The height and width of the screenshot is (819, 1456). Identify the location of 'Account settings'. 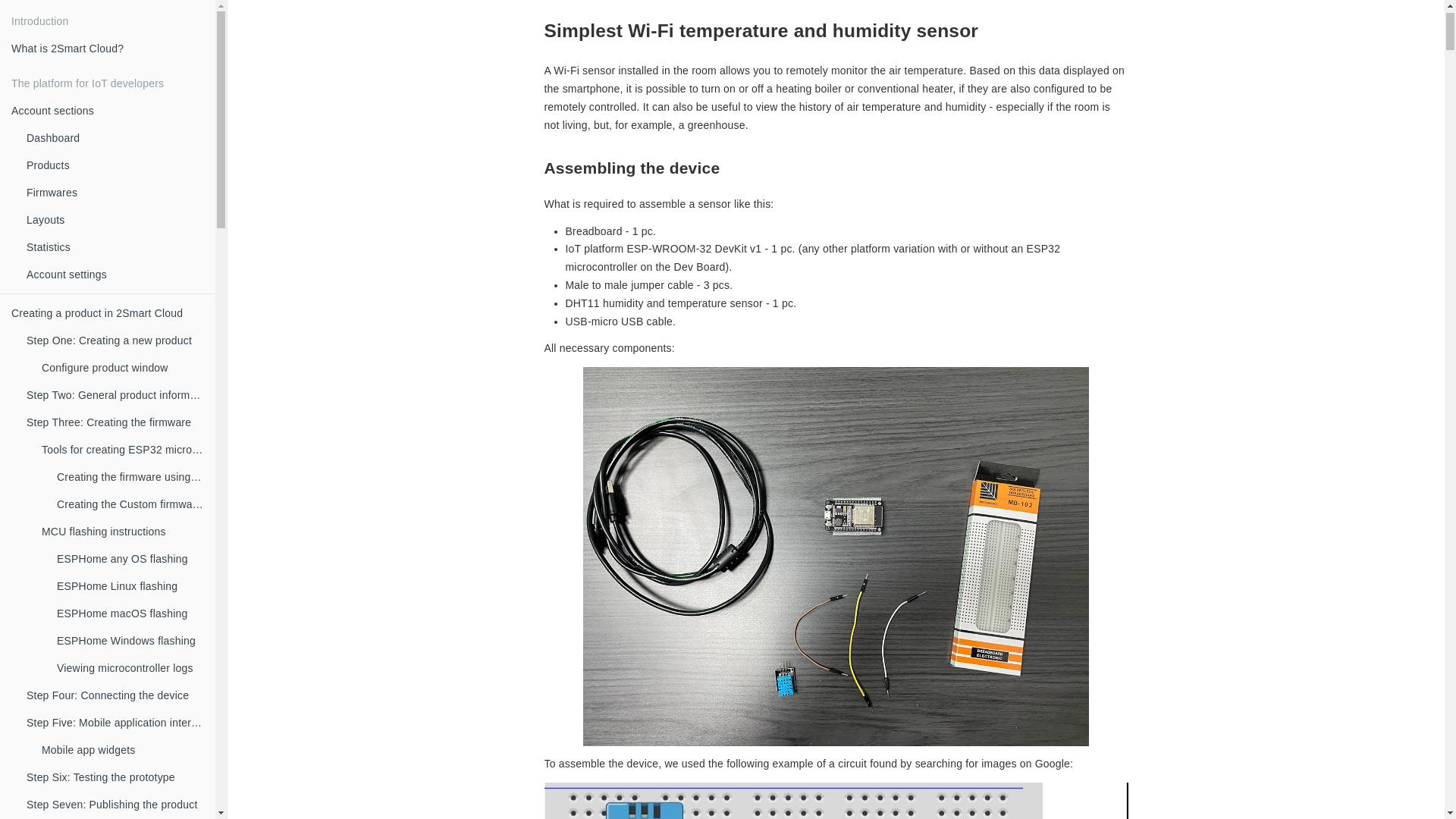
(115, 275).